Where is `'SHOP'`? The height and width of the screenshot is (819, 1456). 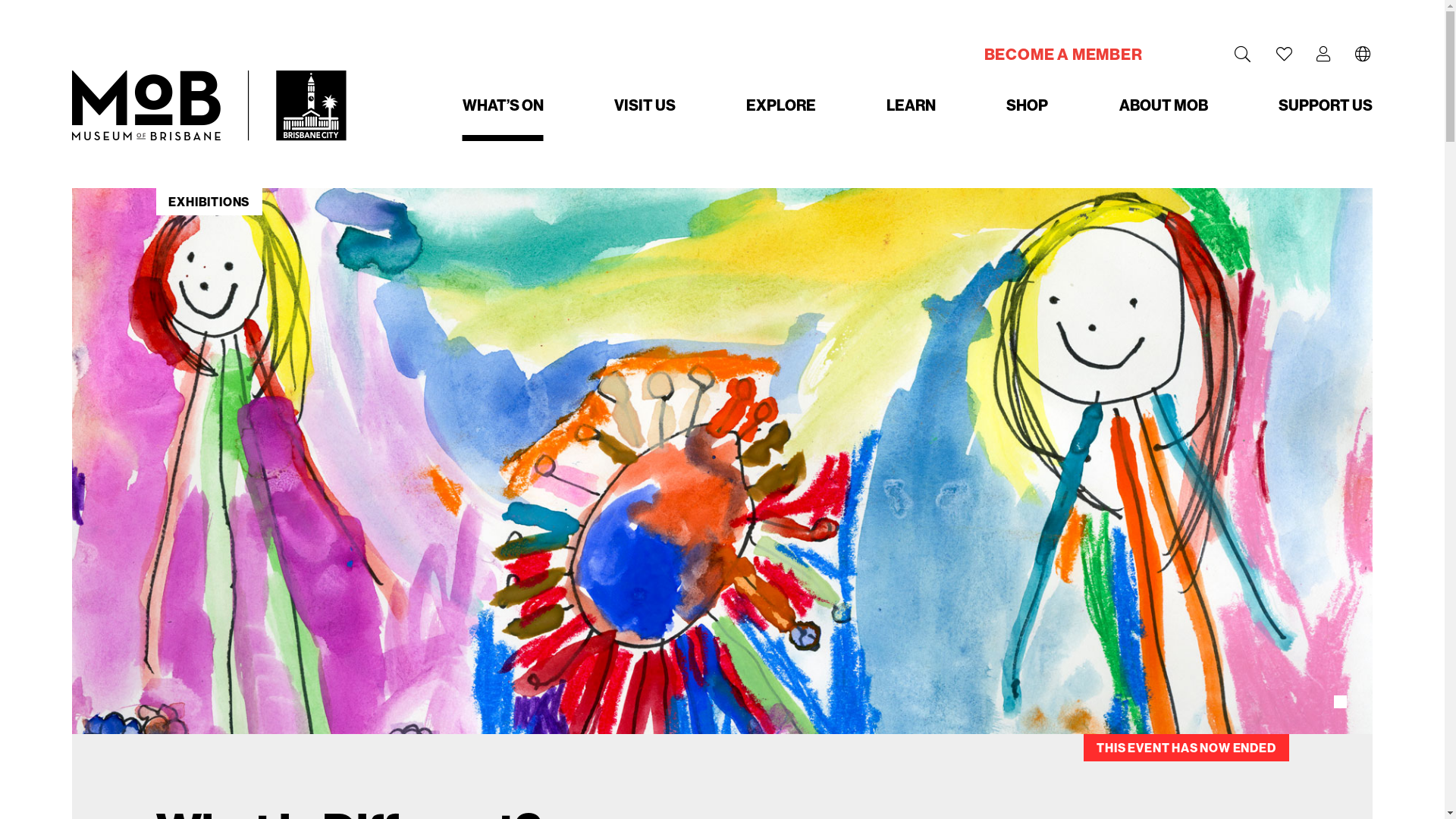 'SHOP' is located at coordinates (1027, 104).